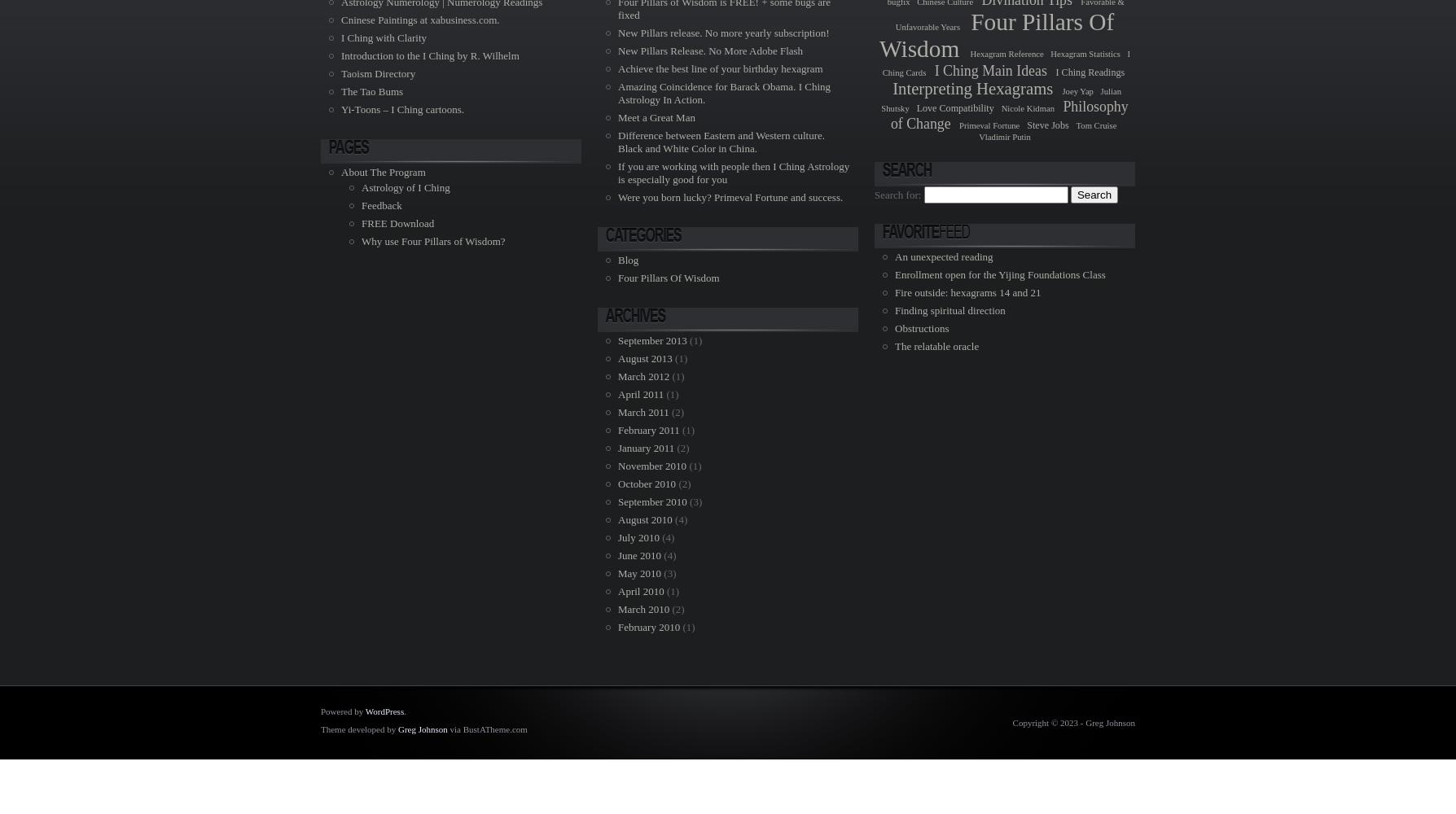  What do you see at coordinates (1004, 63) in the screenshot?
I see `'I Ching Cards'` at bounding box center [1004, 63].